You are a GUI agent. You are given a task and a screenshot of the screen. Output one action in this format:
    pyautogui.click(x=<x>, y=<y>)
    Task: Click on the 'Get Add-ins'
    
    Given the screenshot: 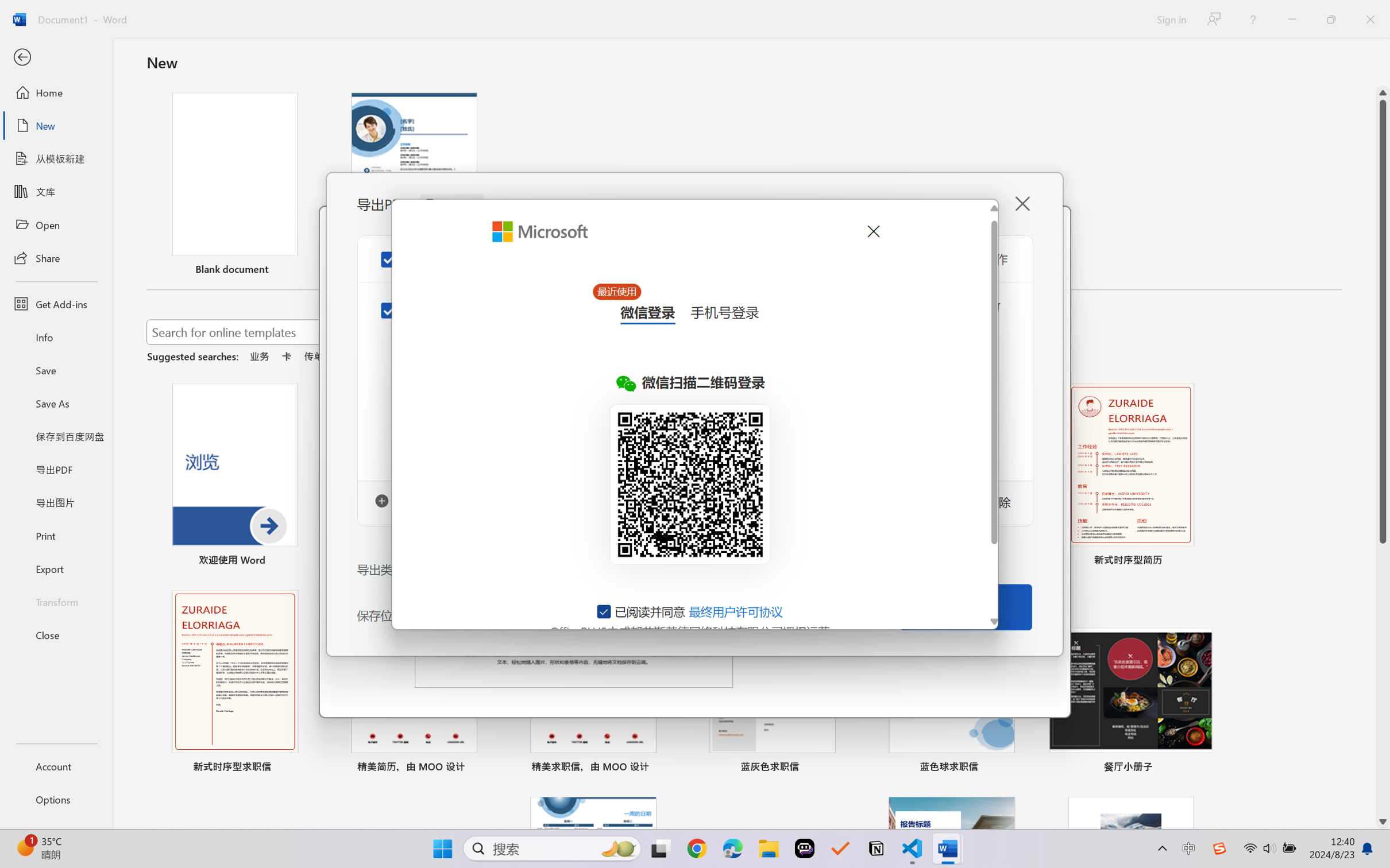 What is the action you would take?
    pyautogui.click(x=56, y=303)
    